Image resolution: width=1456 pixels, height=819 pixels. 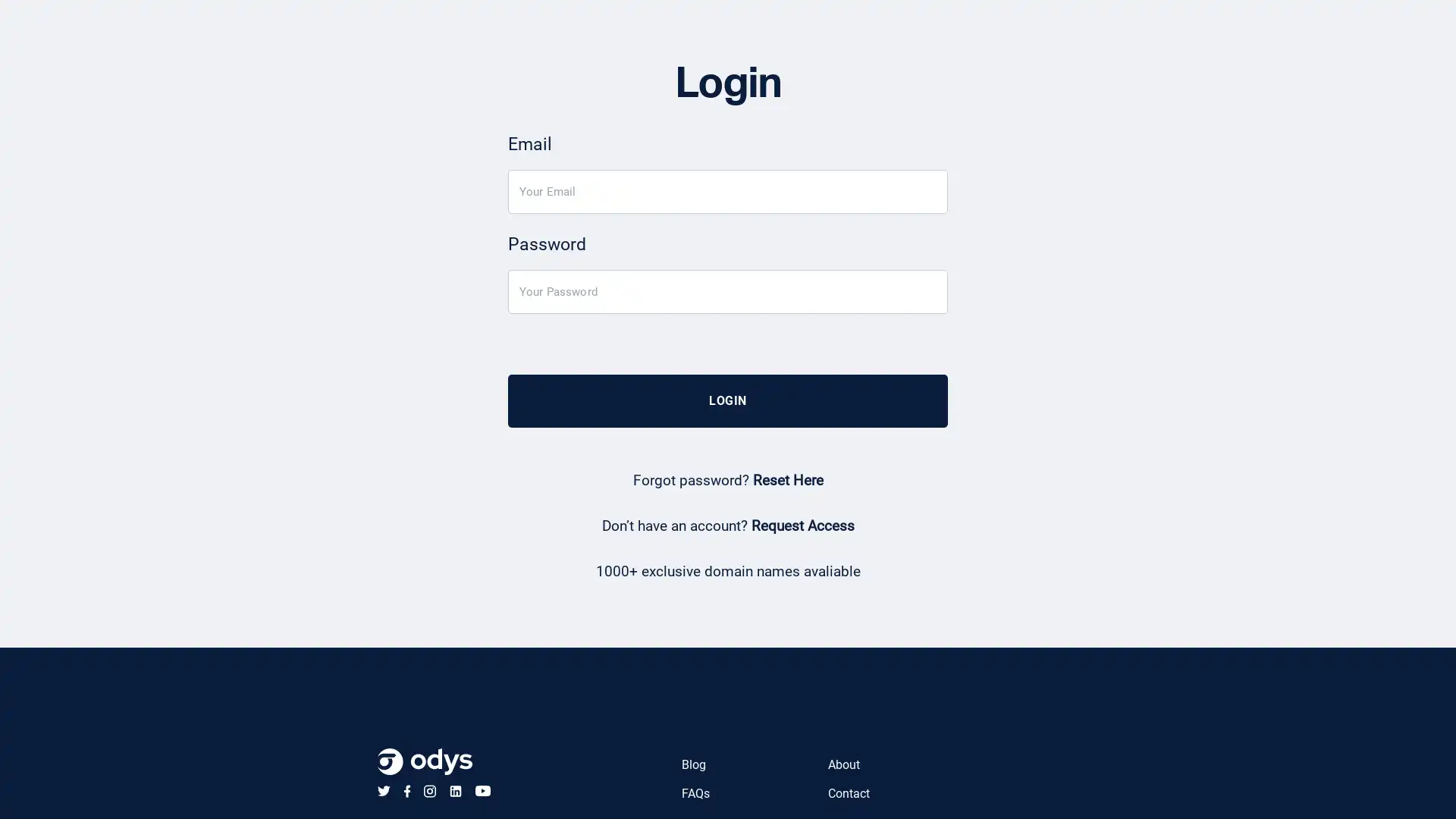 I want to click on LOGIN, so click(x=728, y=400).